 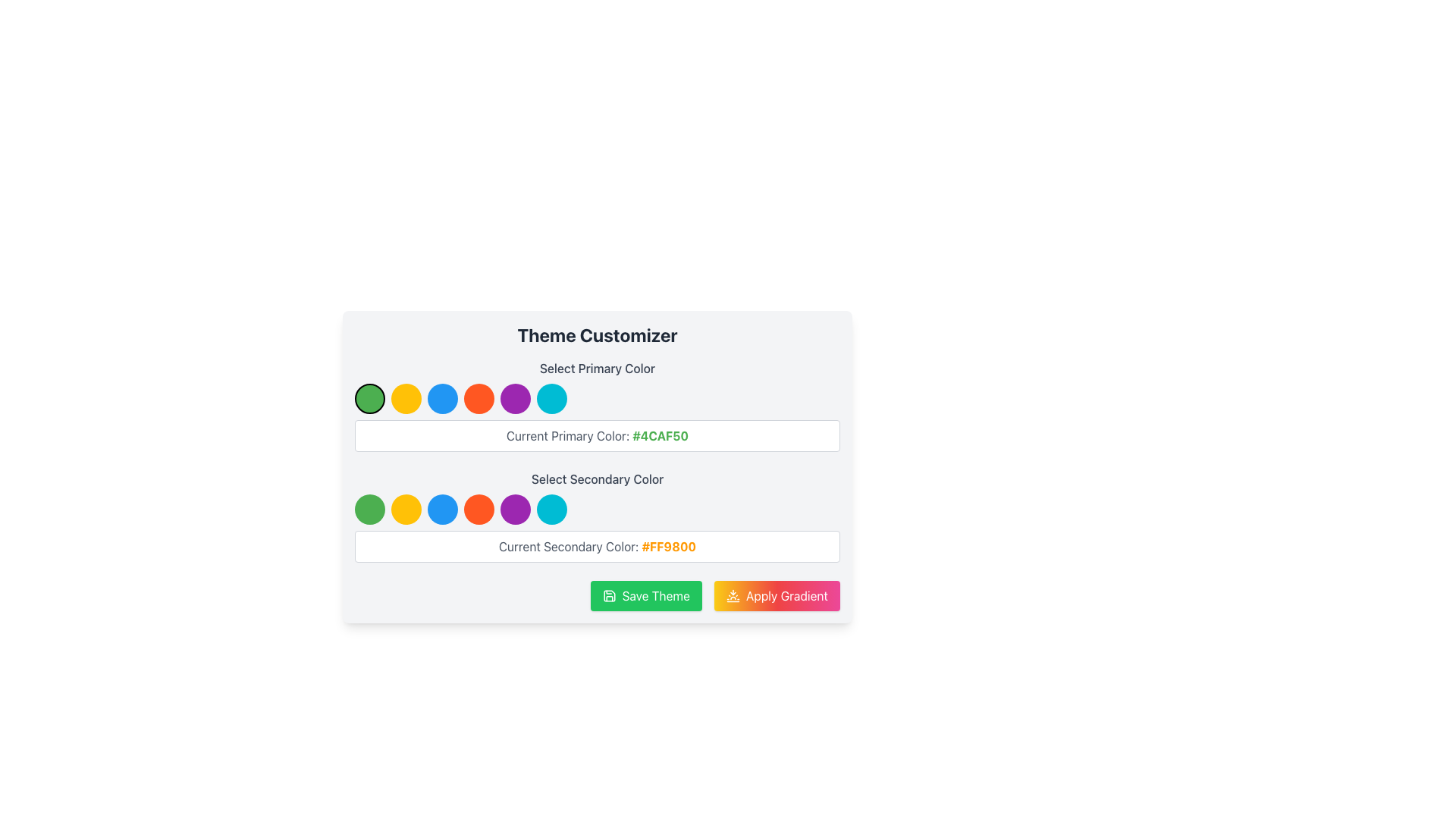 What do you see at coordinates (609, 595) in the screenshot?
I see `the save action icon located to the left of the 'Save Theme' button in the bottom-left section of the 'Theme Customizer' card` at bounding box center [609, 595].